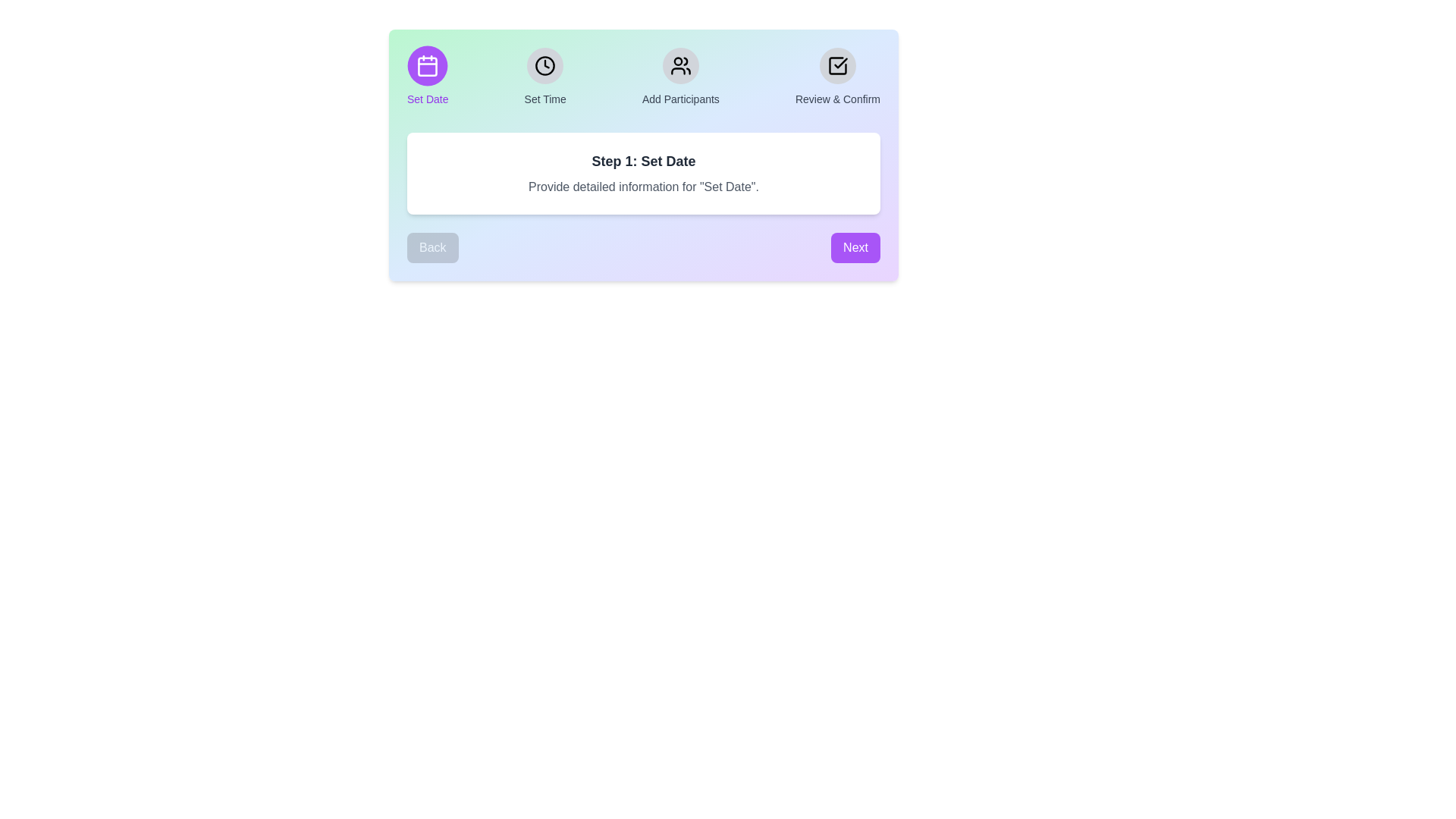 The width and height of the screenshot is (1456, 819). I want to click on the icon corresponding to the step 'Set Date' to view its details, so click(427, 65).